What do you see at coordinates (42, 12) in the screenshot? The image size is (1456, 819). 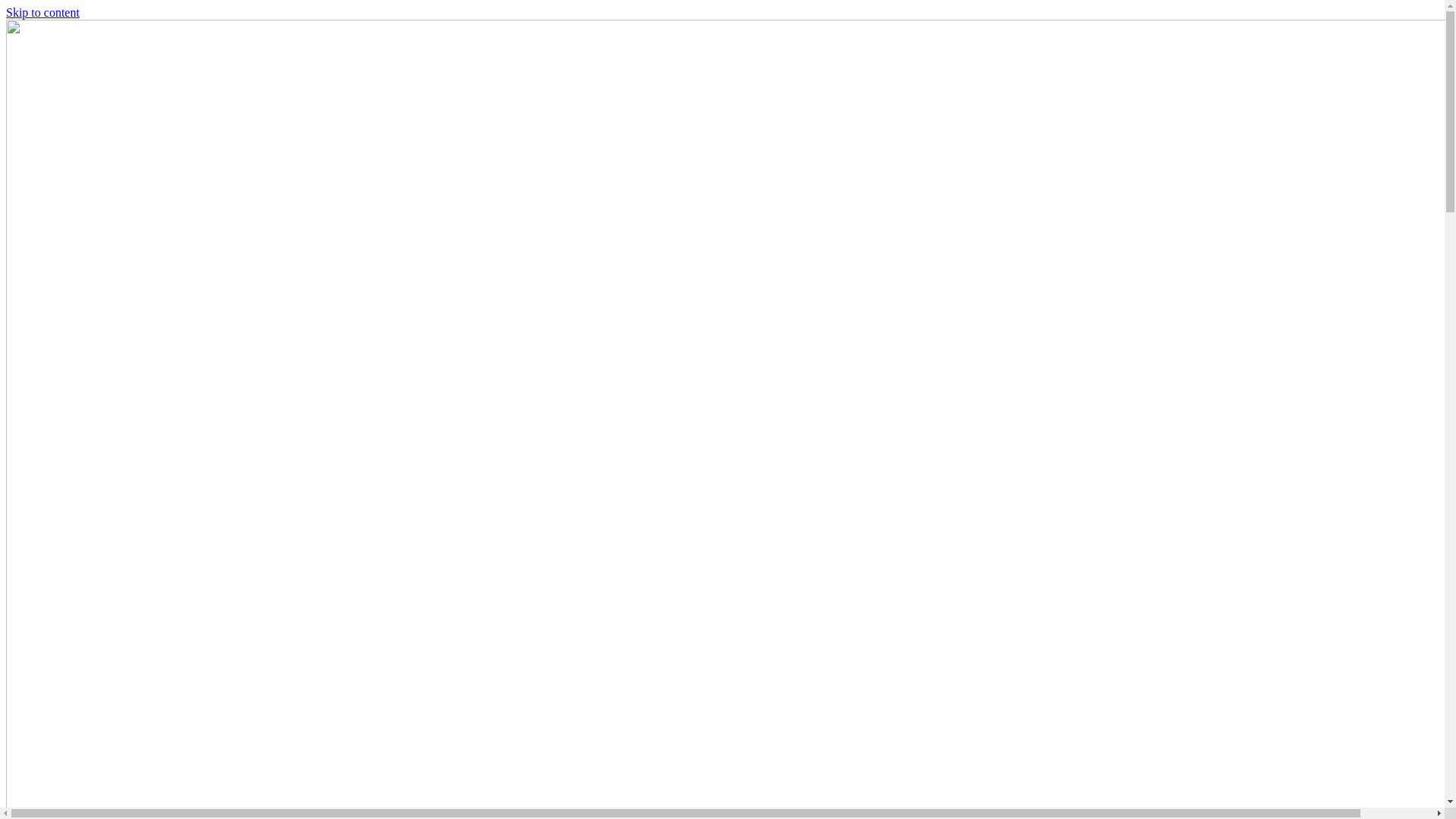 I see `'Skip to content'` at bounding box center [42, 12].